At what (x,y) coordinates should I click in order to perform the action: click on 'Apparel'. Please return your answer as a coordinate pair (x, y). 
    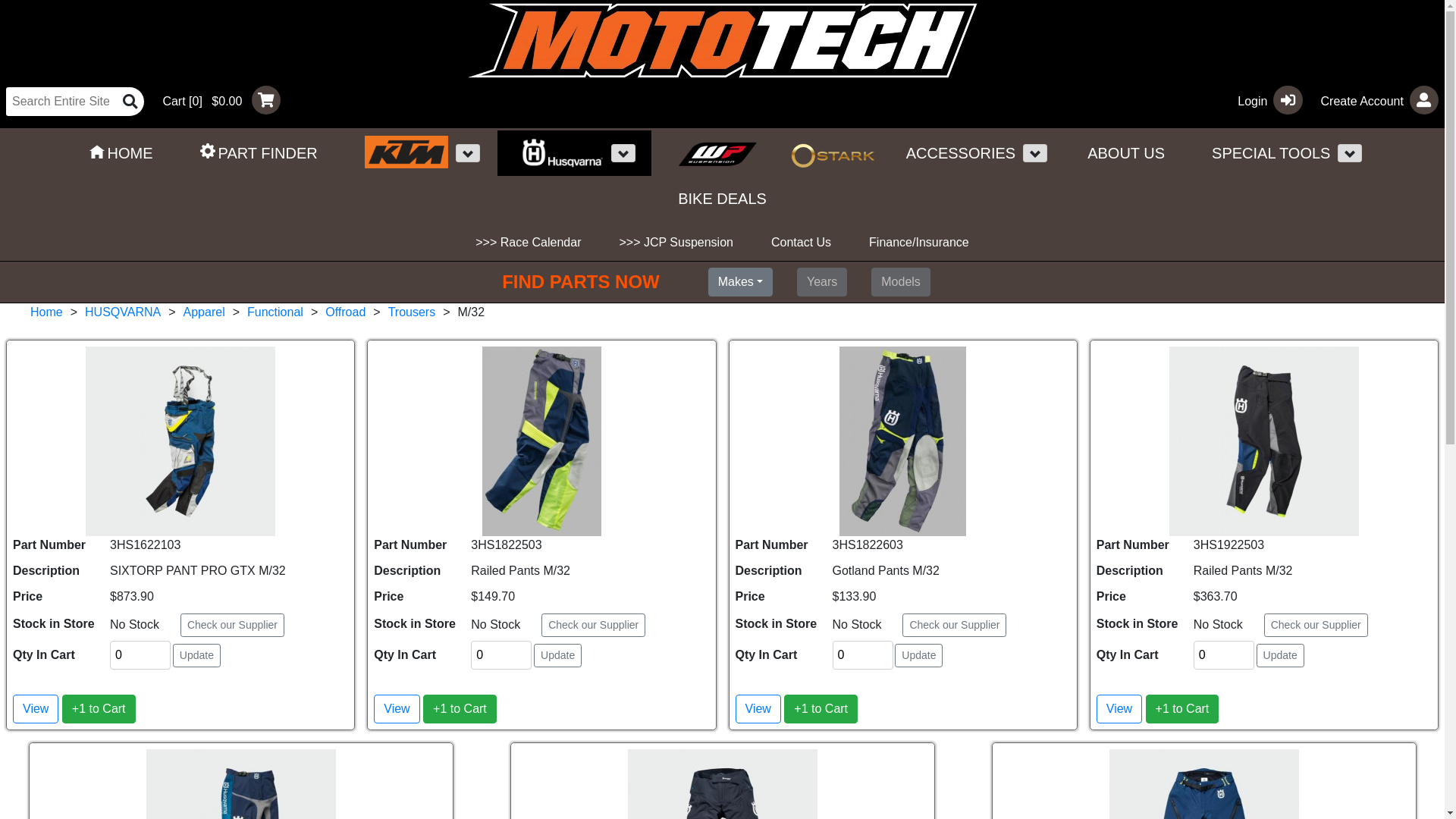
    Looking at the image, I should click on (182, 311).